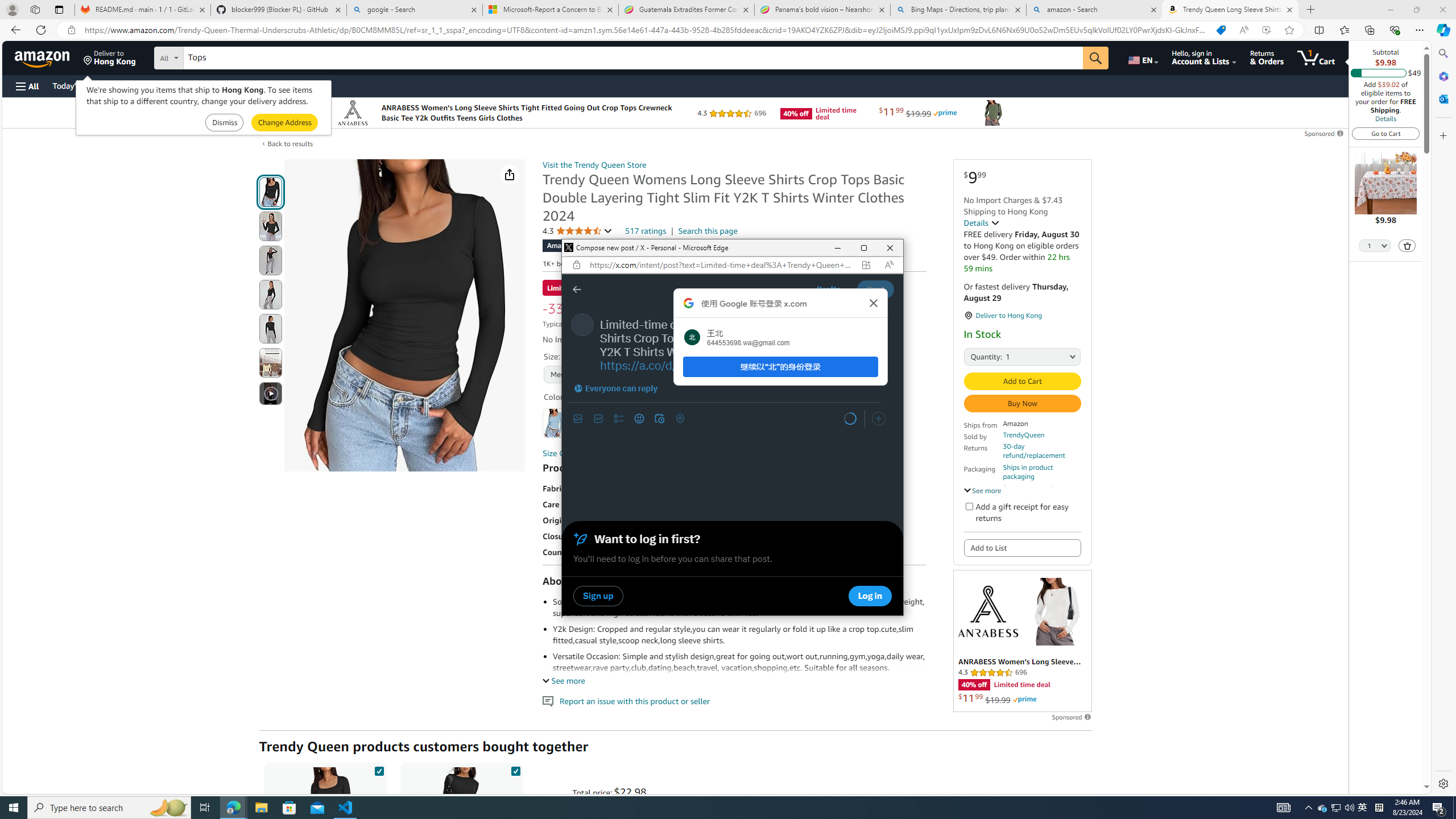 This screenshot has width=1456, height=819. What do you see at coordinates (874, 303) in the screenshot?
I see `'Class: Bz112c Bz112c-r9oPif'` at bounding box center [874, 303].